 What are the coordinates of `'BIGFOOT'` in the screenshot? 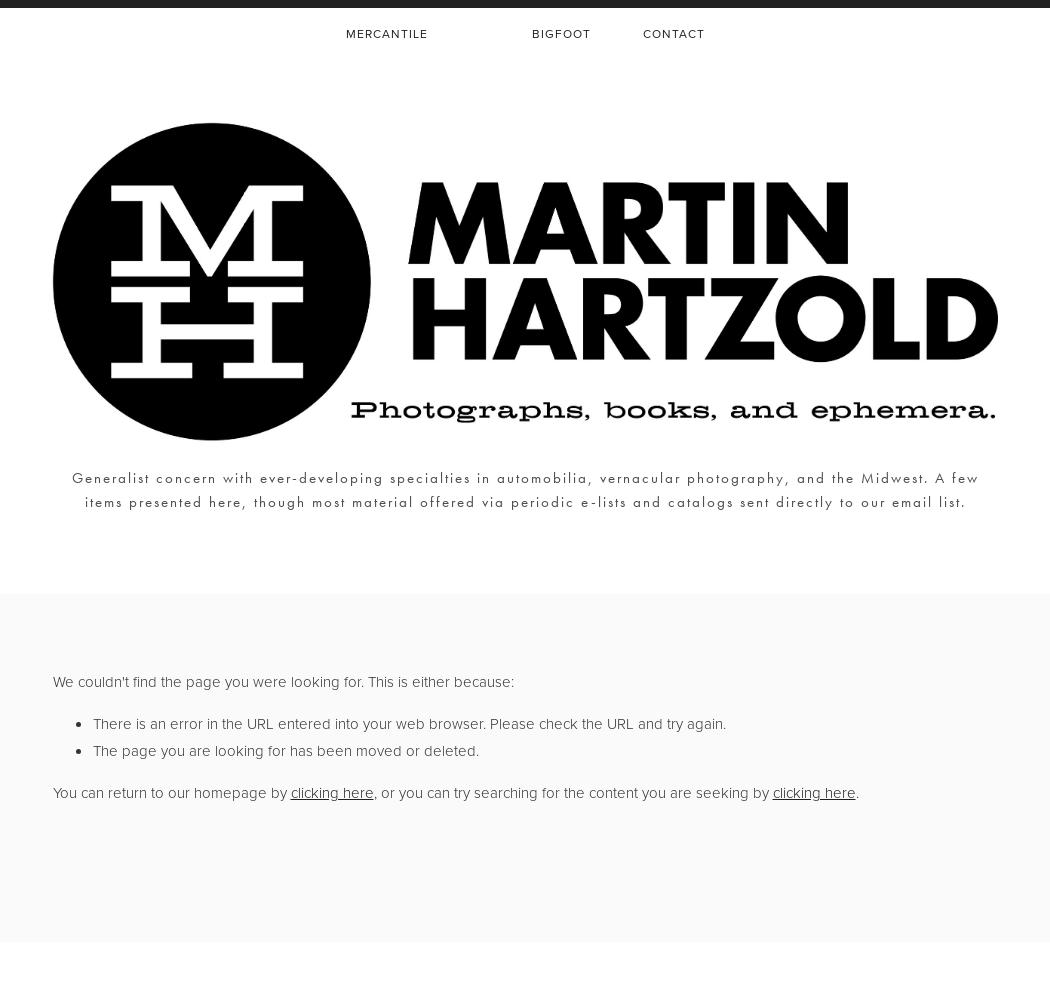 It's located at (530, 34).